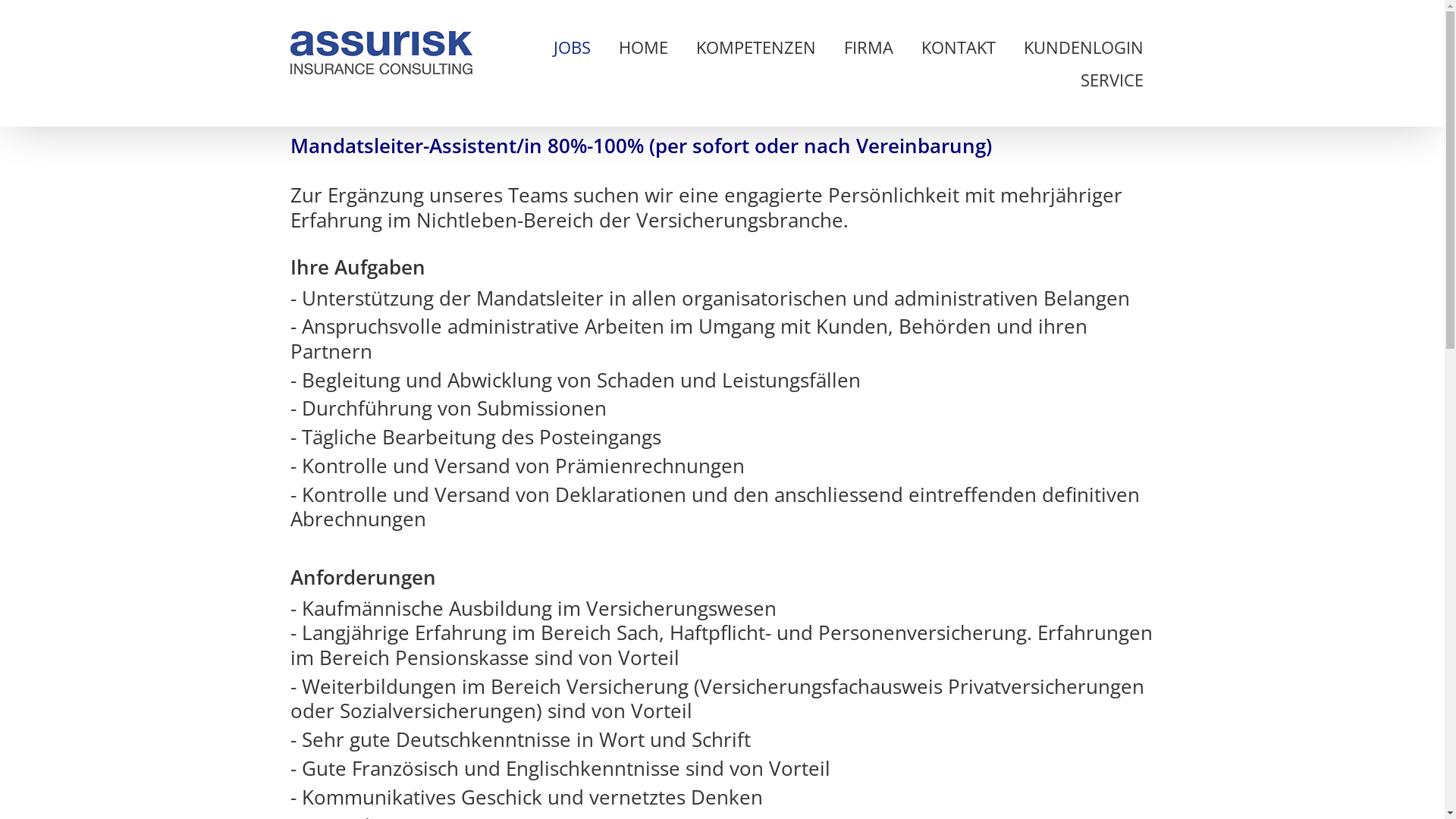  What do you see at coordinates (868, 46) in the screenshot?
I see `'FIRMA'` at bounding box center [868, 46].